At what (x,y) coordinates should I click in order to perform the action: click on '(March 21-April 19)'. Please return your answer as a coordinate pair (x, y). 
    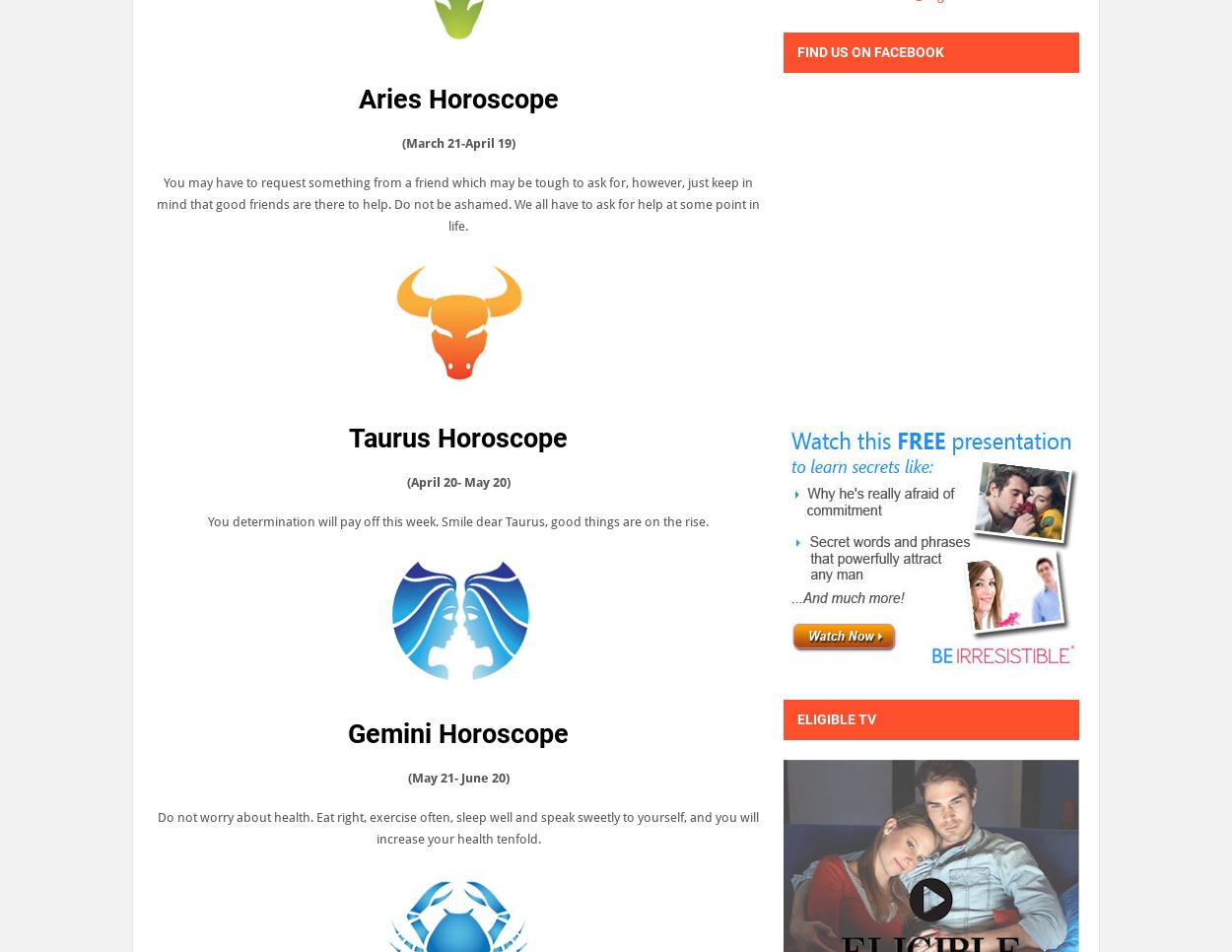
    Looking at the image, I should click on (456, 142).